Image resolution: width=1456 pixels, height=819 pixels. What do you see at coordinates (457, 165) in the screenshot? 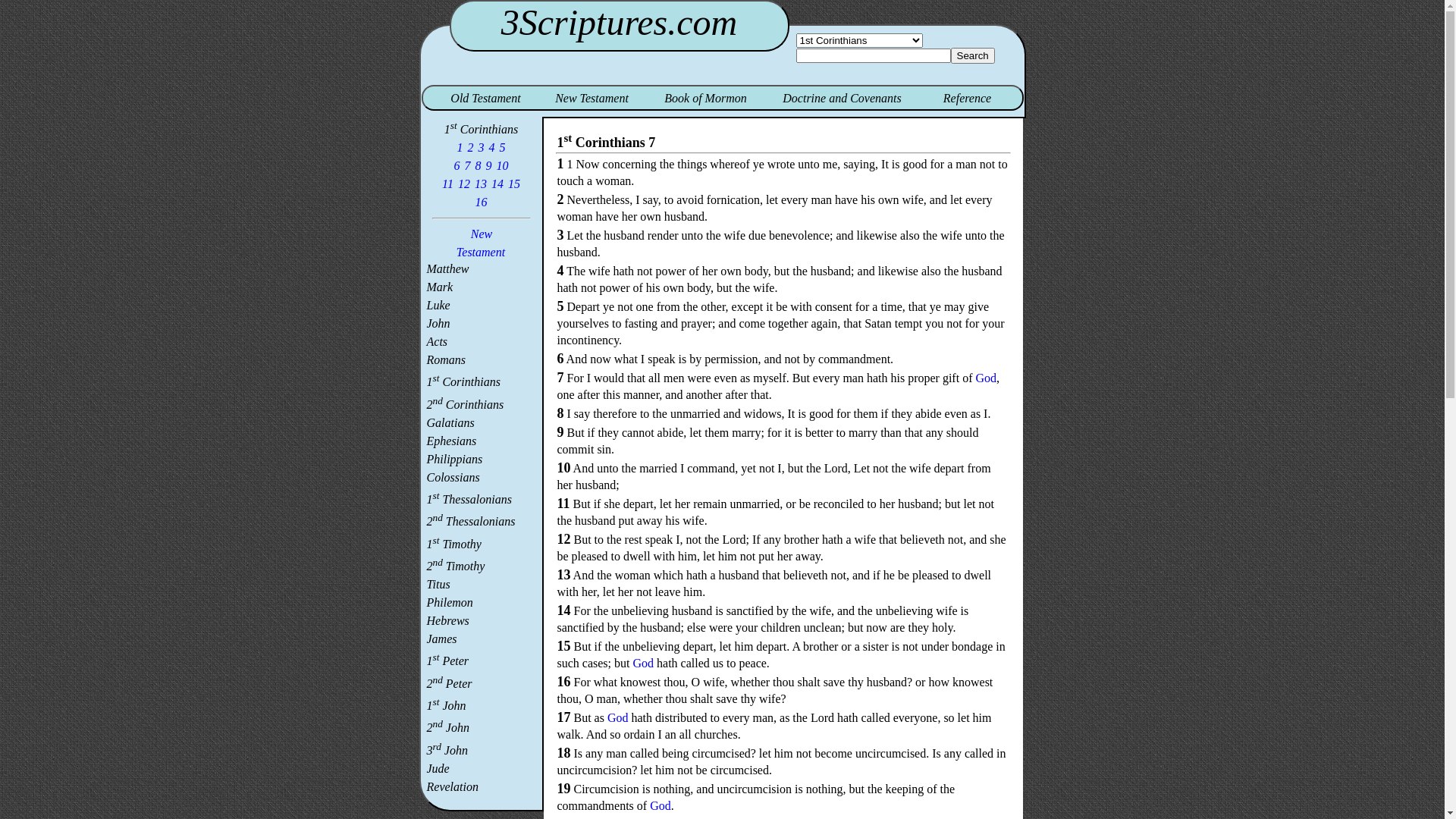
I see `'6'` at bounding box center [457, 165].